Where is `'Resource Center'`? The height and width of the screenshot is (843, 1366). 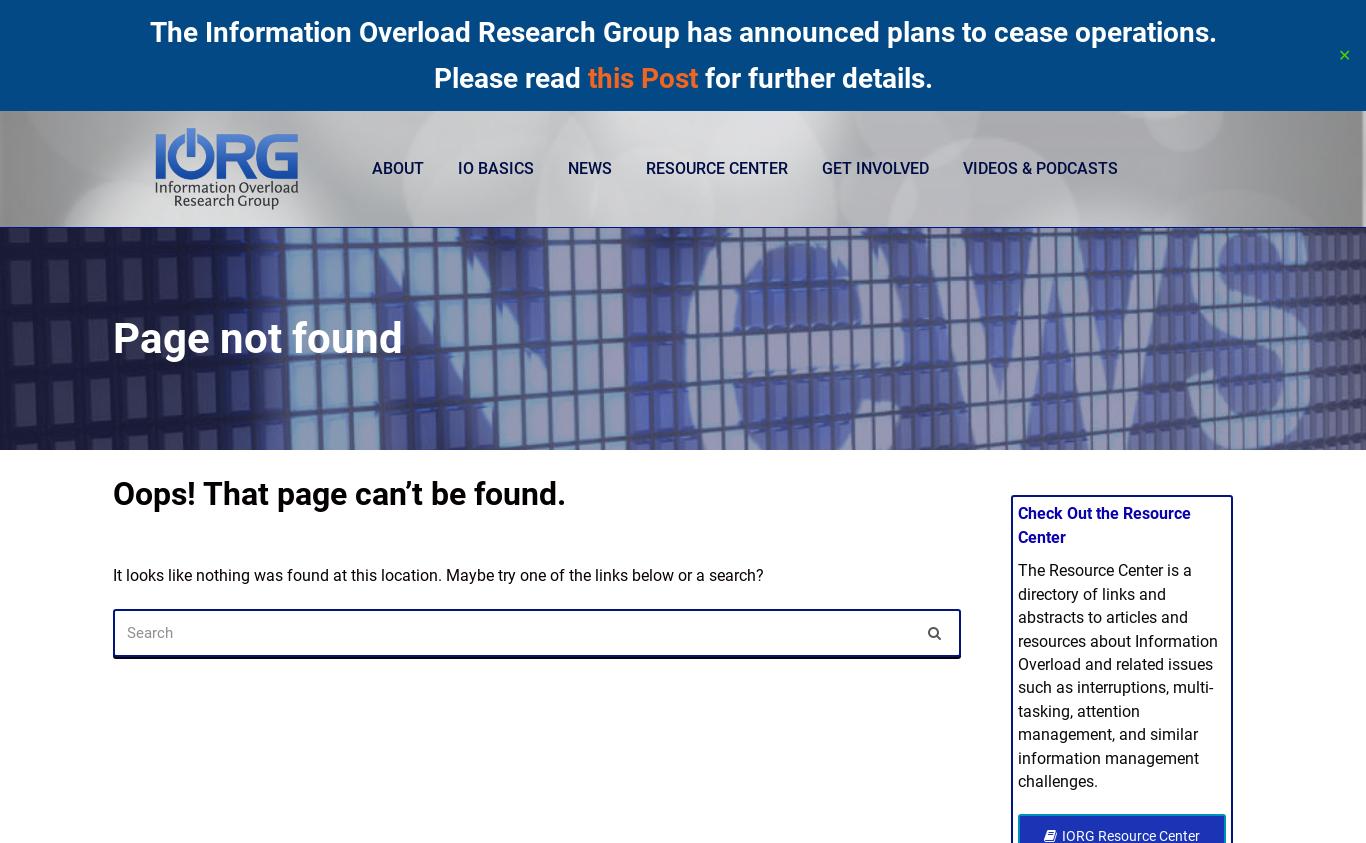
'Resource Center' is located at coordinates (716, 167).